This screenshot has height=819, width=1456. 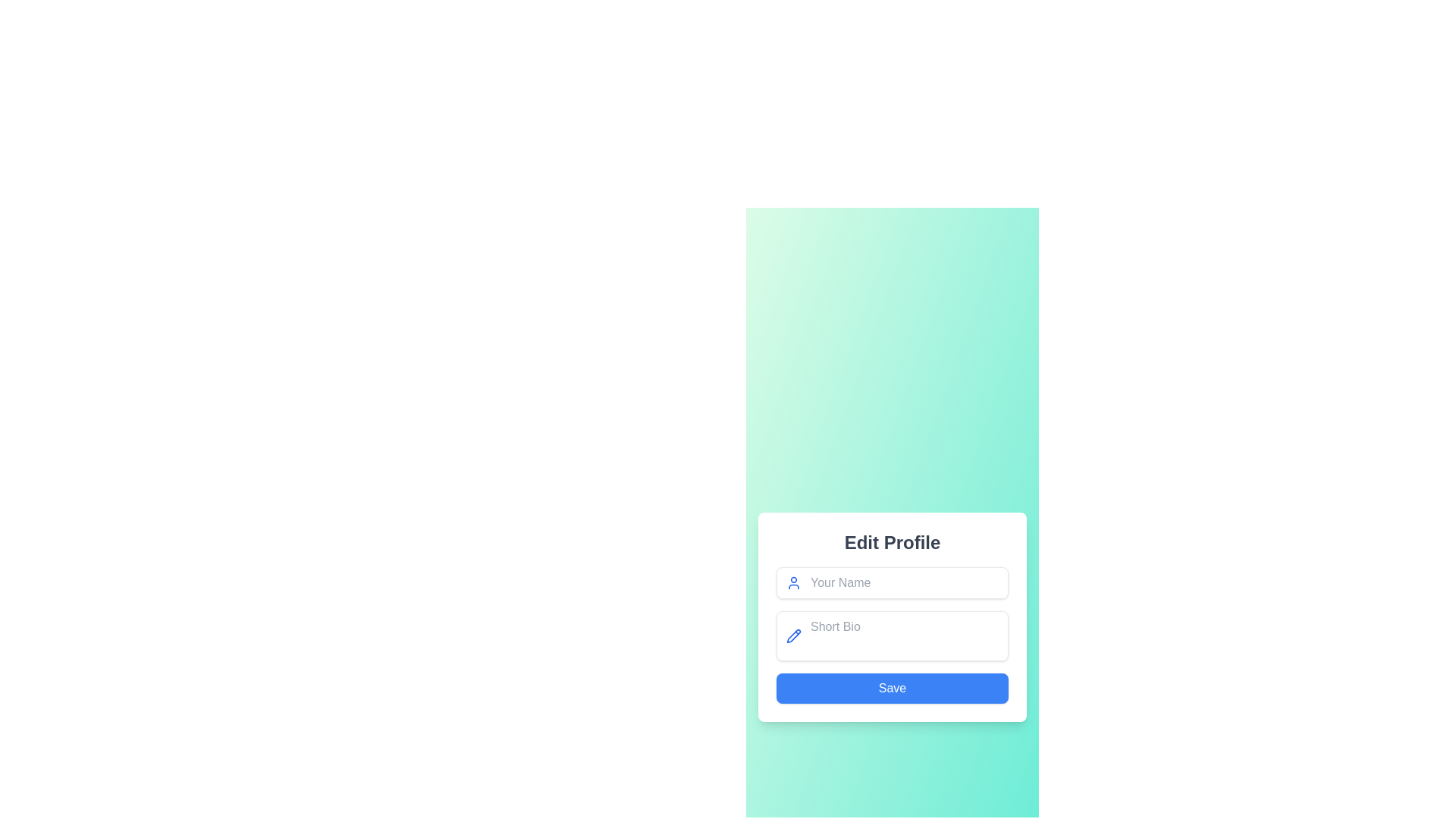 I want to click on the blue 'Save' button with rounded corners located at the bottom of the 'Edit Profile' form to change its background color, so click(x=892, y=688).